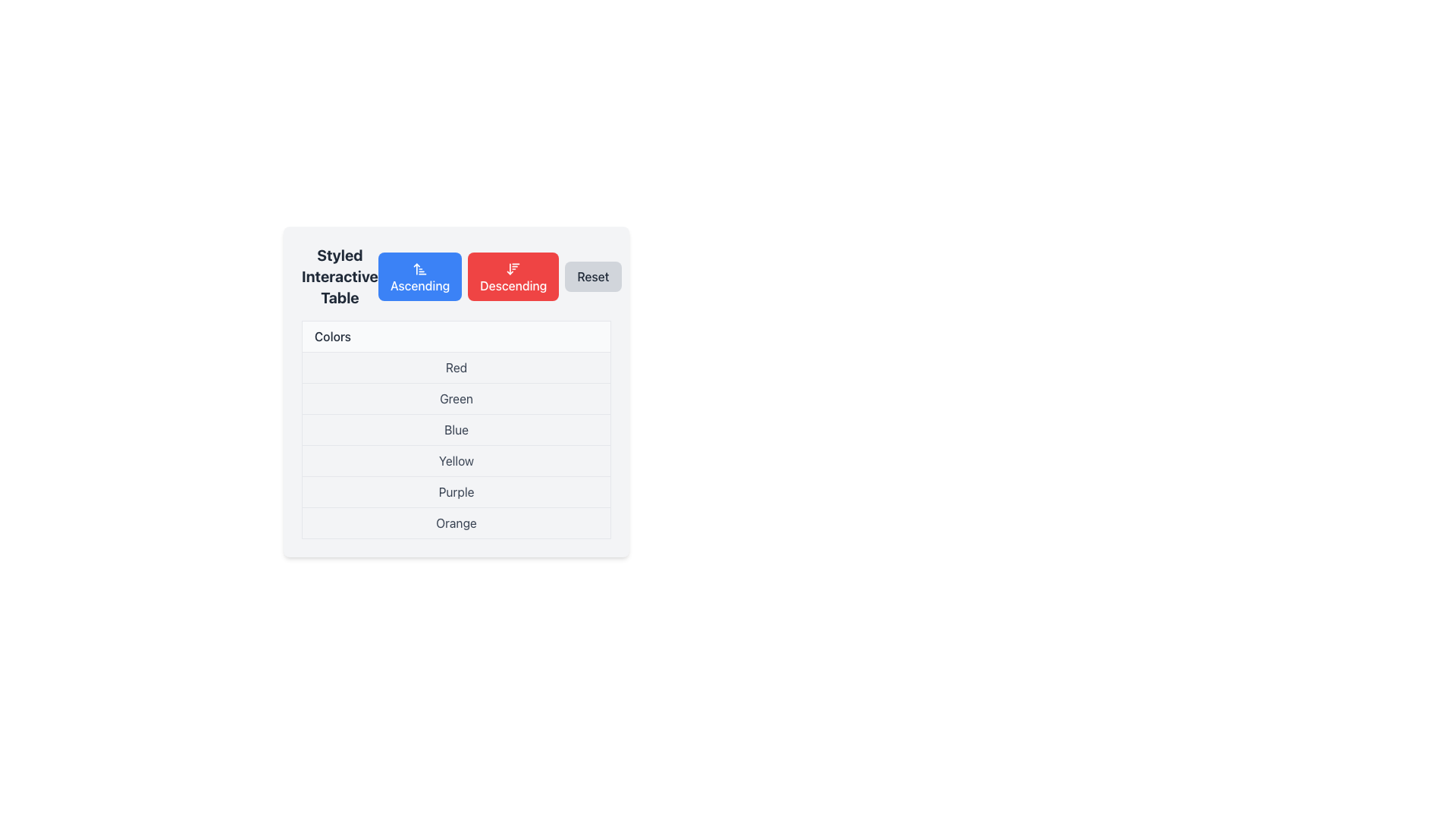  I want to click on the table row displaying 'Orange' at the bottom of the color list to edit its content, so click(455, 522).